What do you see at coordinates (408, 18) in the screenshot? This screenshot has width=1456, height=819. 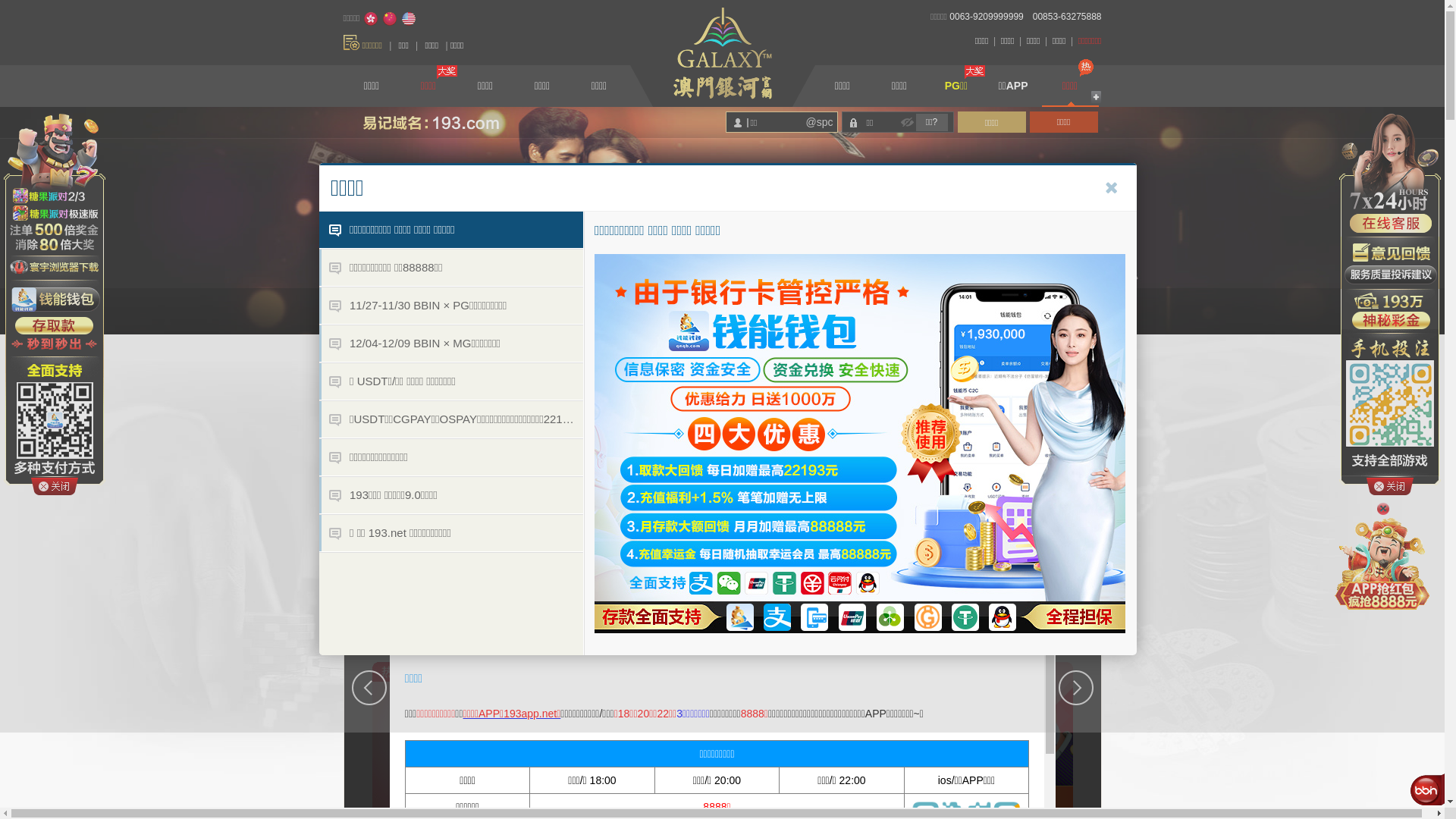 I see `'English'` at bounding box center [408, 18].